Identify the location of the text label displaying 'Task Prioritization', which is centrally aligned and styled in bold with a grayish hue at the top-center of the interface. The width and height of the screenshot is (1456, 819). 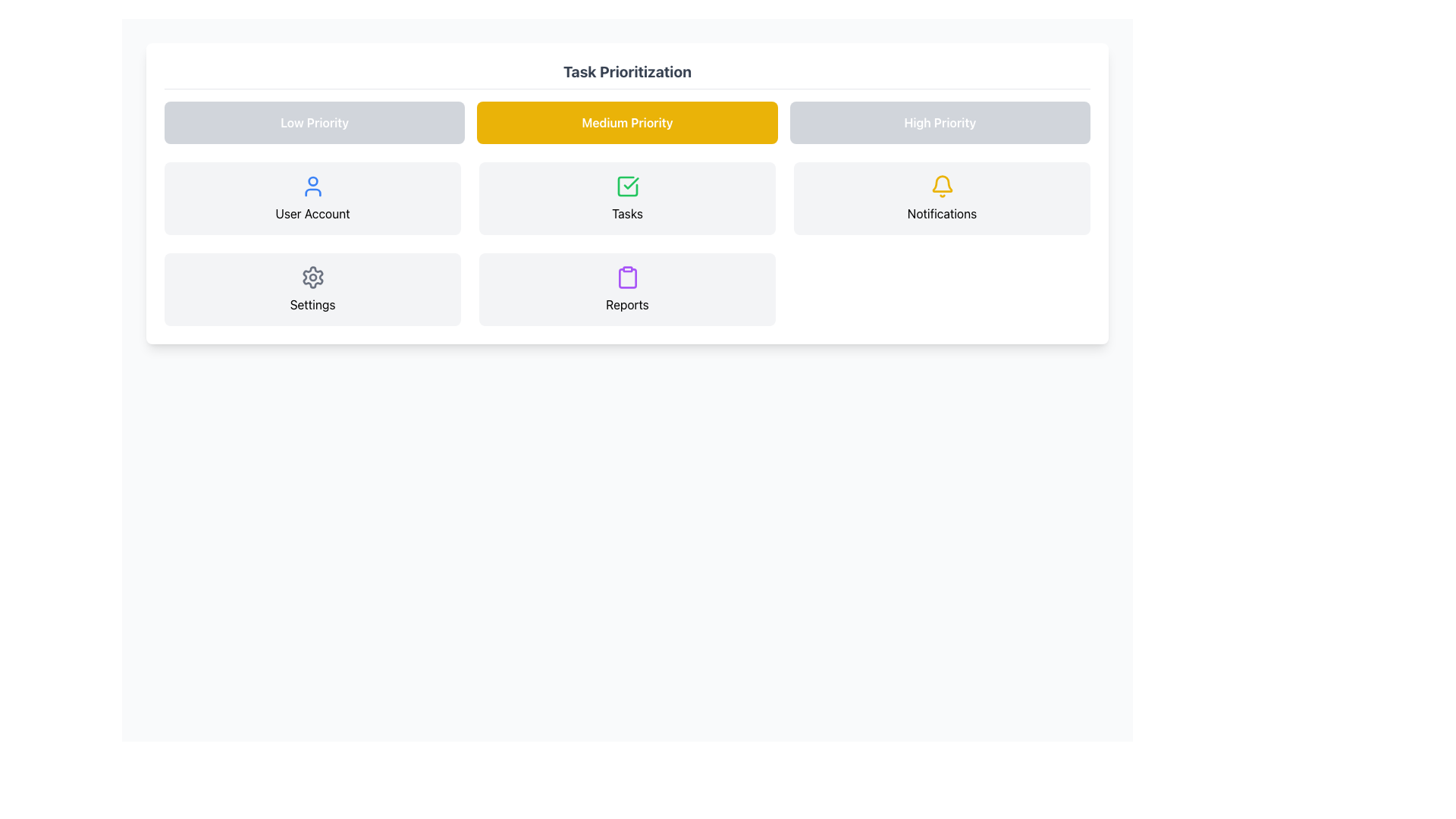
(627, 72).